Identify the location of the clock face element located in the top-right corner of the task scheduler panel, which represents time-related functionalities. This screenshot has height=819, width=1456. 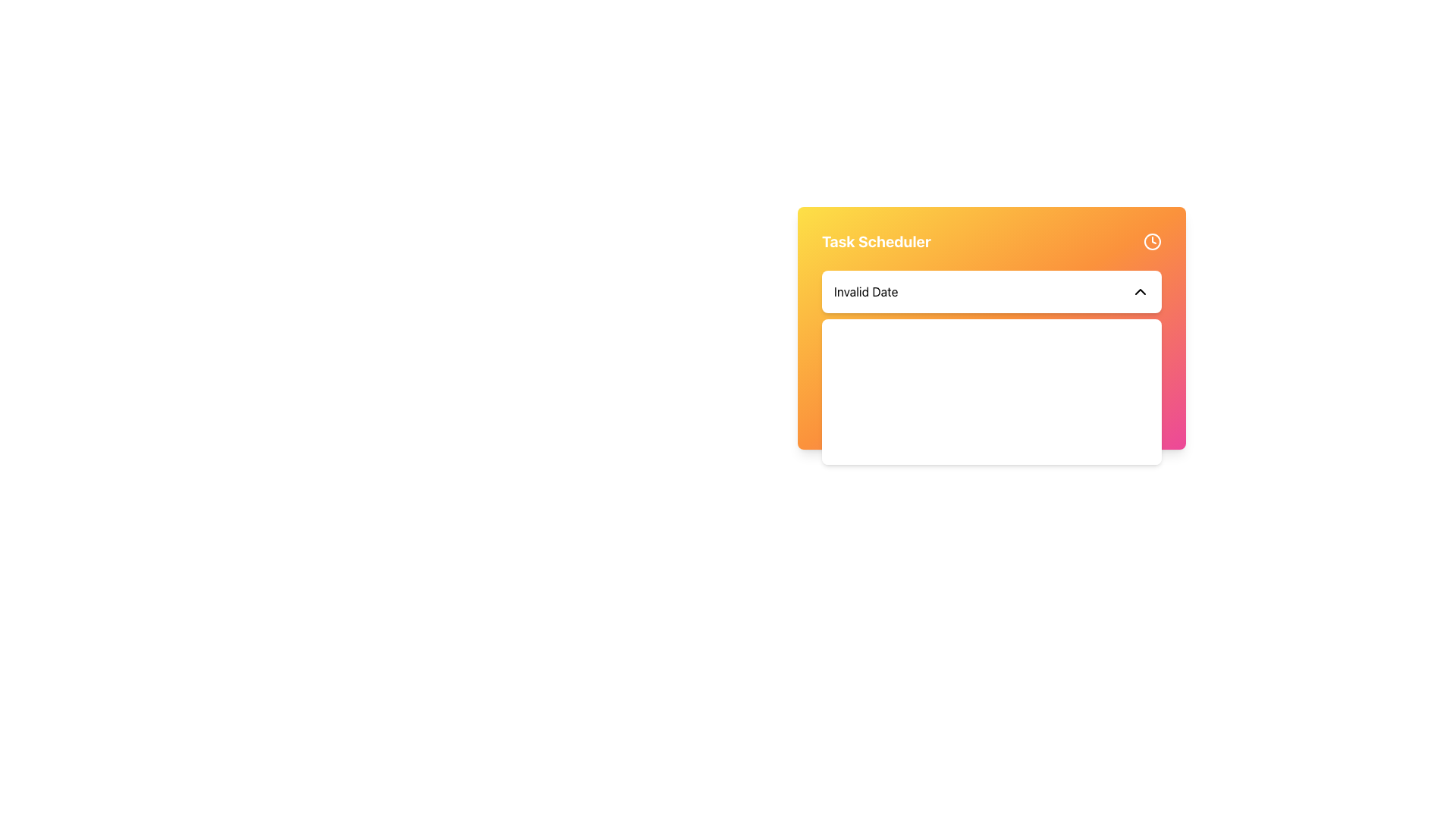
(1153, 241).